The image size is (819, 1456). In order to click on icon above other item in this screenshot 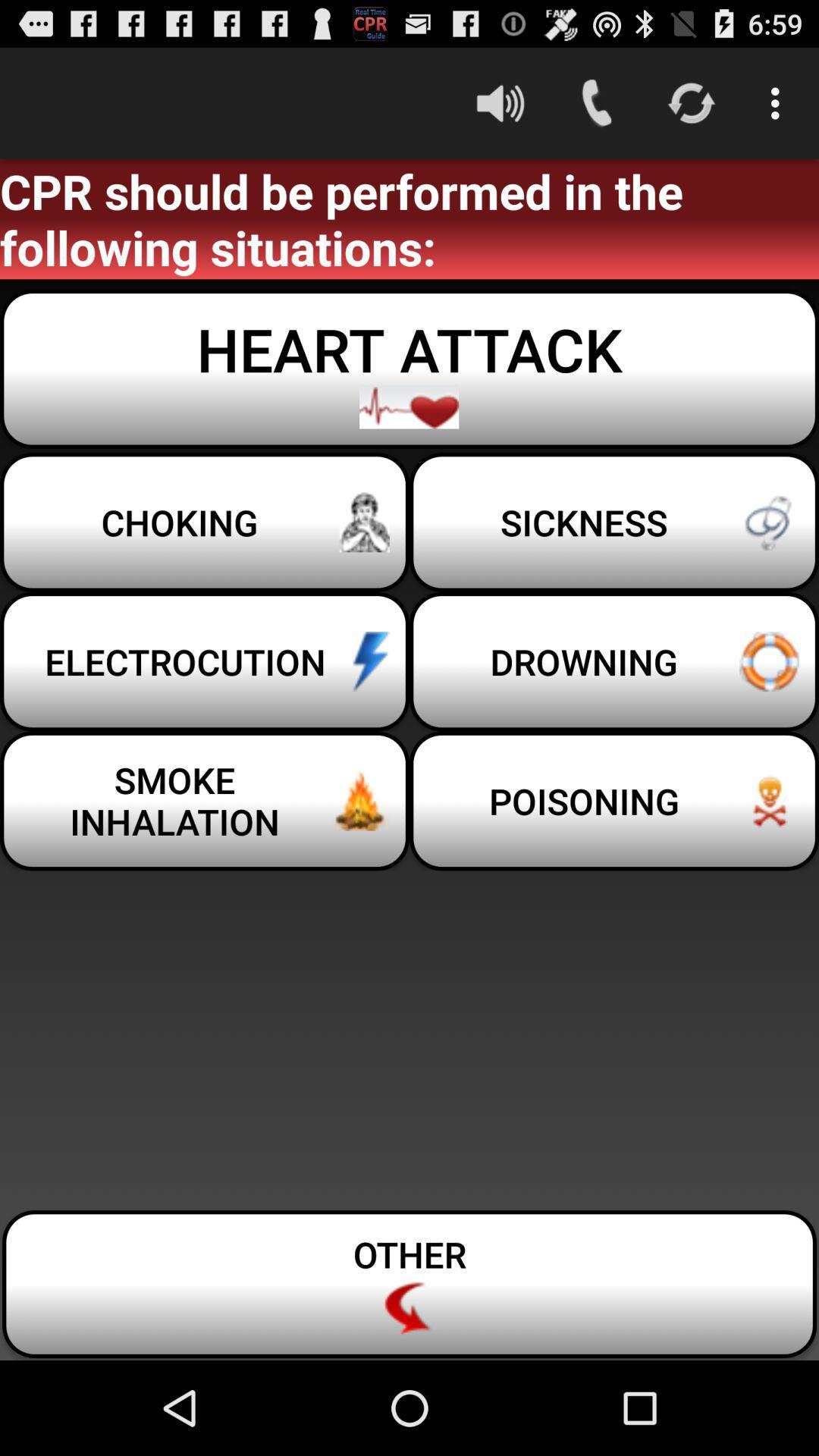, I will do `click(614, 800)`.